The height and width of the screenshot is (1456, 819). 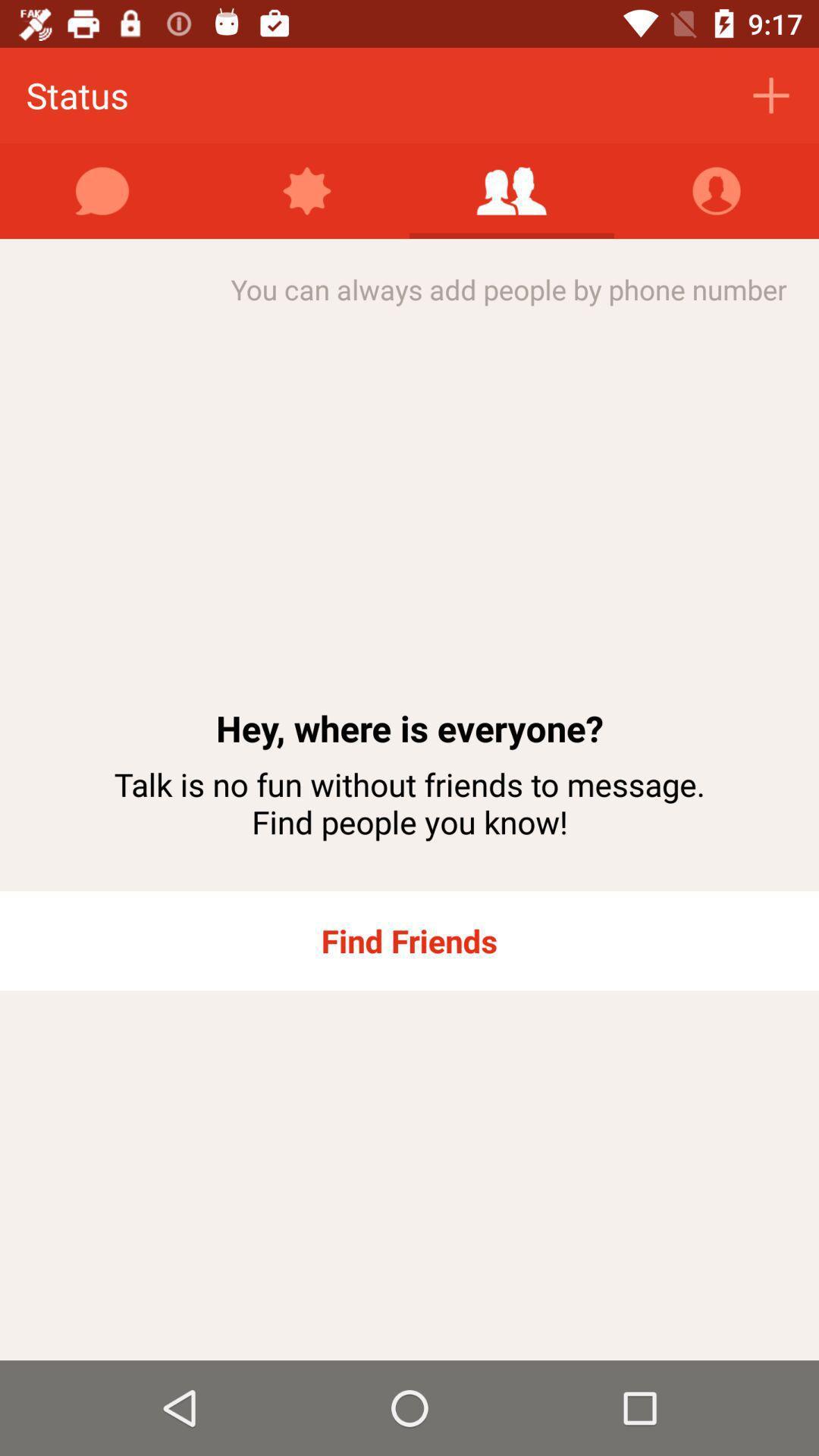 I want to click on the settings icon, so click(x=307, y=190).